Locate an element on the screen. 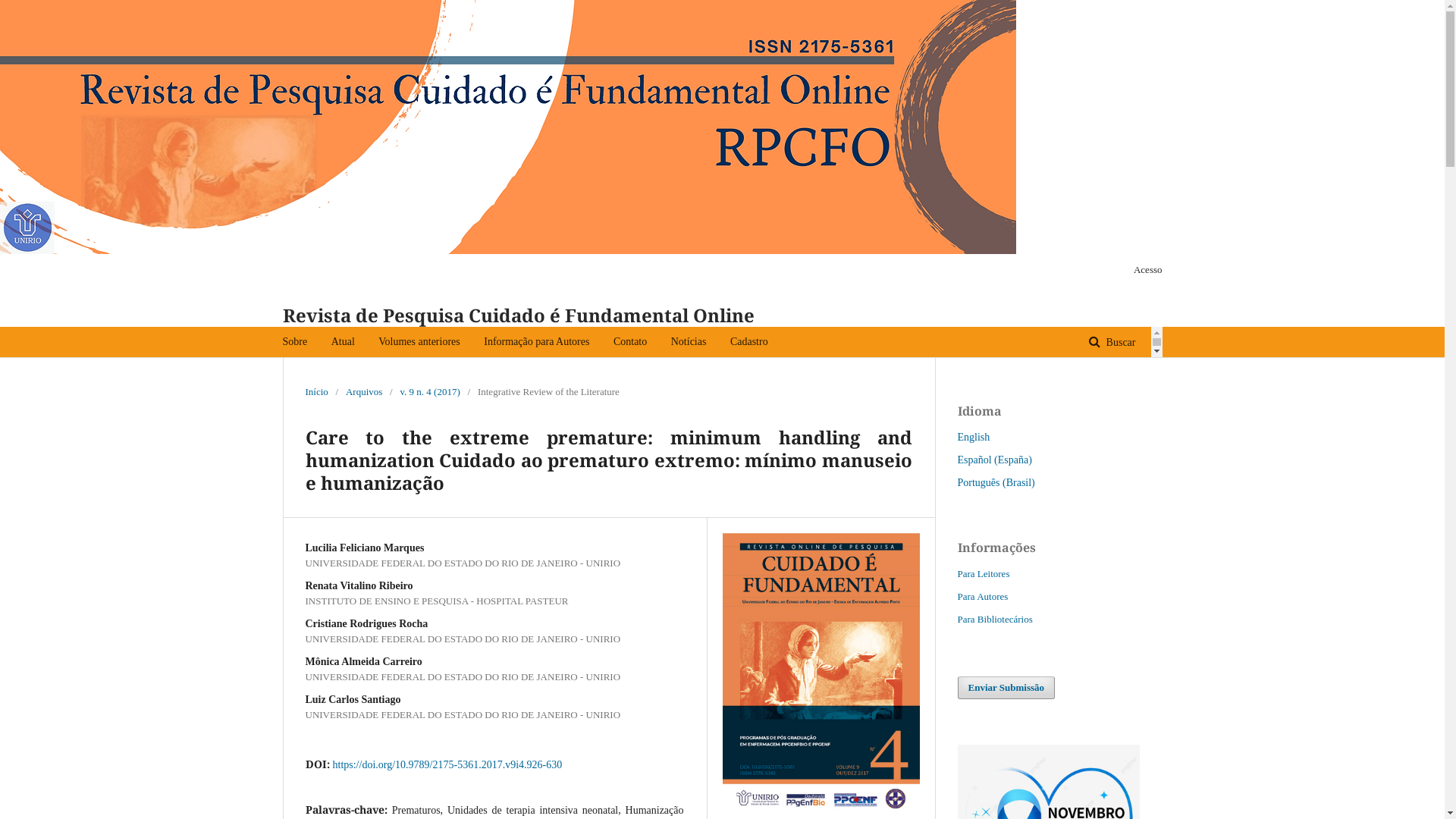 The height and width of the screenshot is (819, 1456). 'v. 9 n. 4 (2017)' is located at coordinates (428, 391).